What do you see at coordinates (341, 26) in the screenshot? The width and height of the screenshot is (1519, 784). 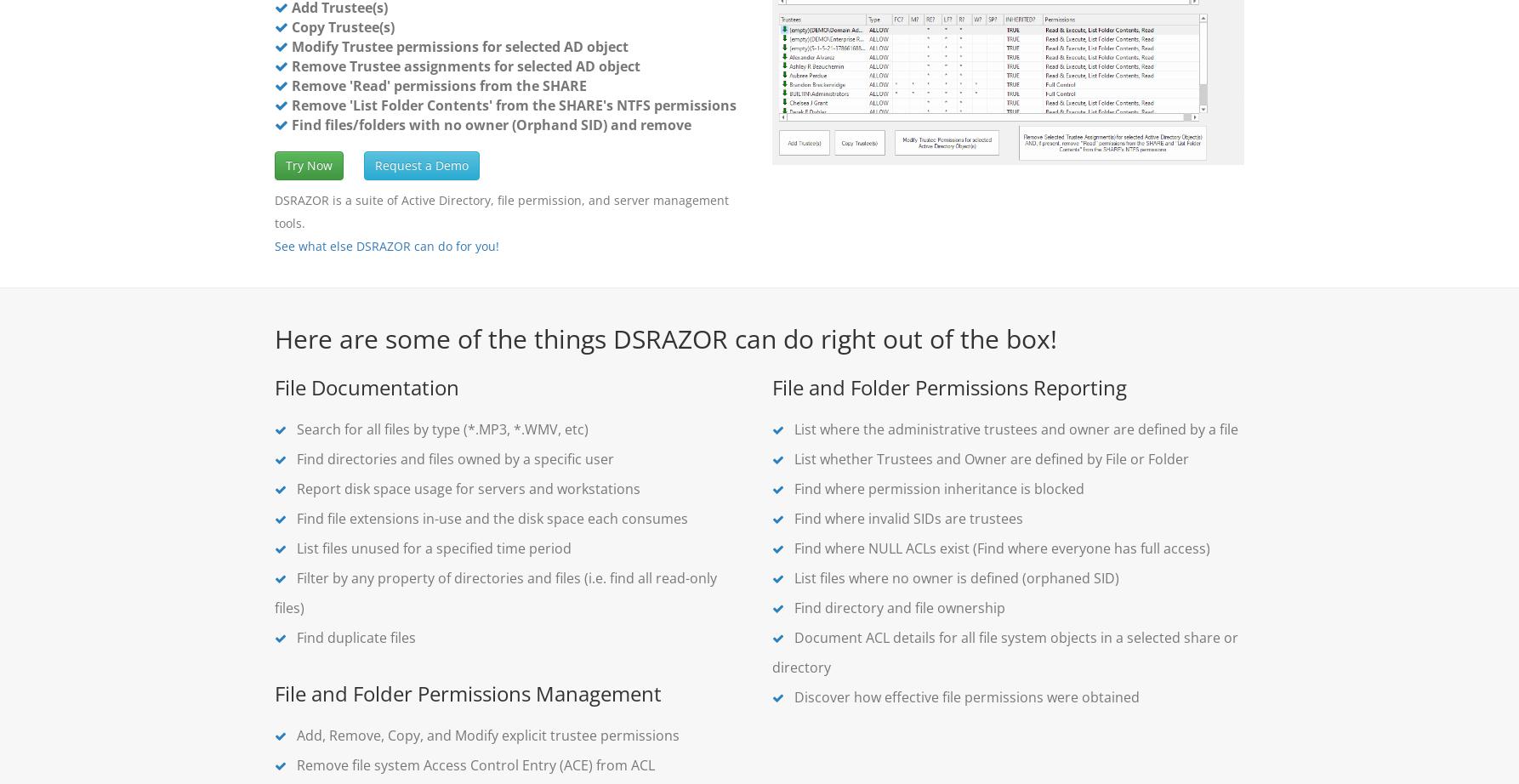 I see `'Copy Trustee(s)'` at bounding box center [341, 26].